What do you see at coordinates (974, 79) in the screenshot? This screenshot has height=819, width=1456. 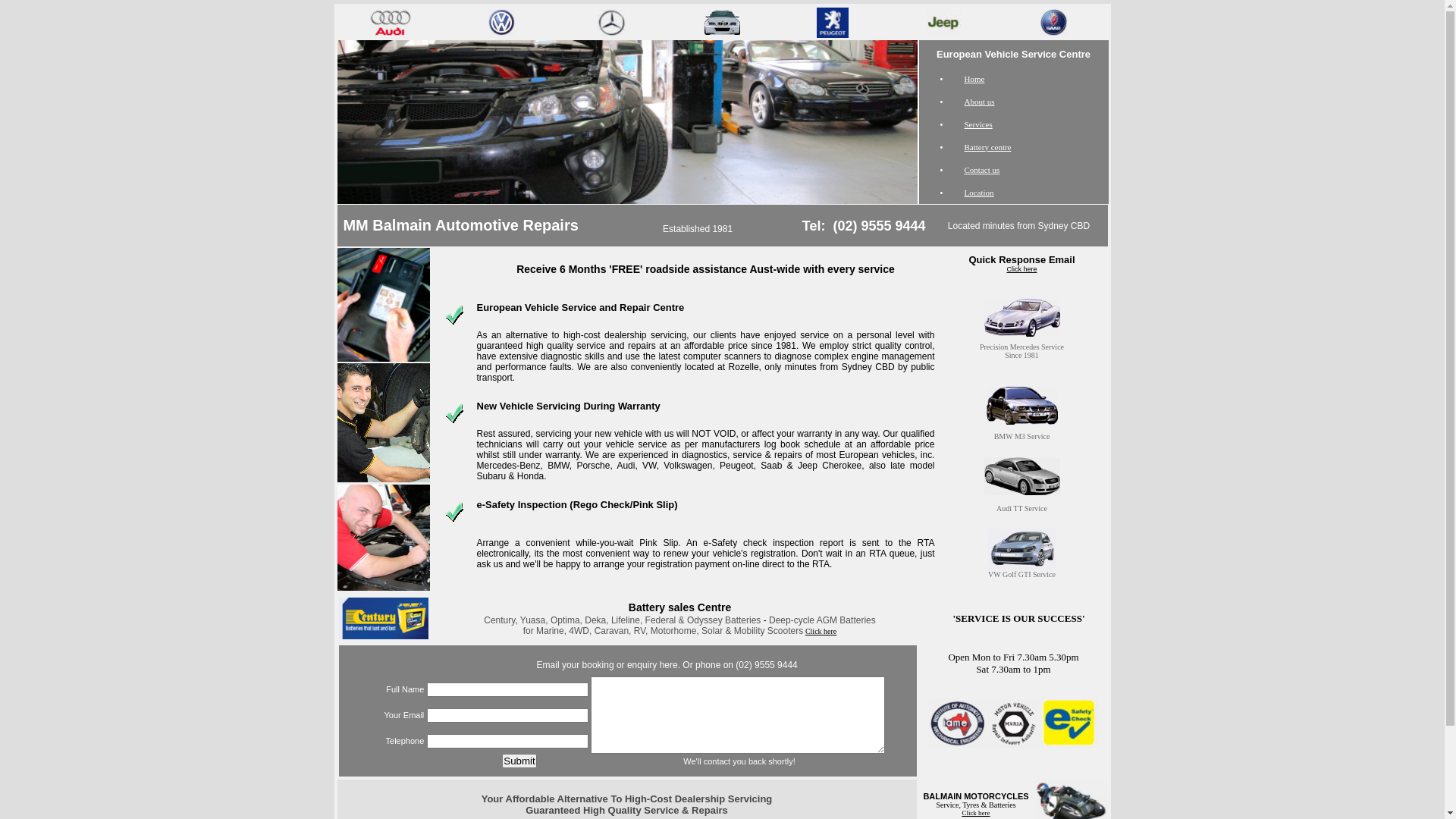 I see `'Home'` at bounding box center [974, 79].